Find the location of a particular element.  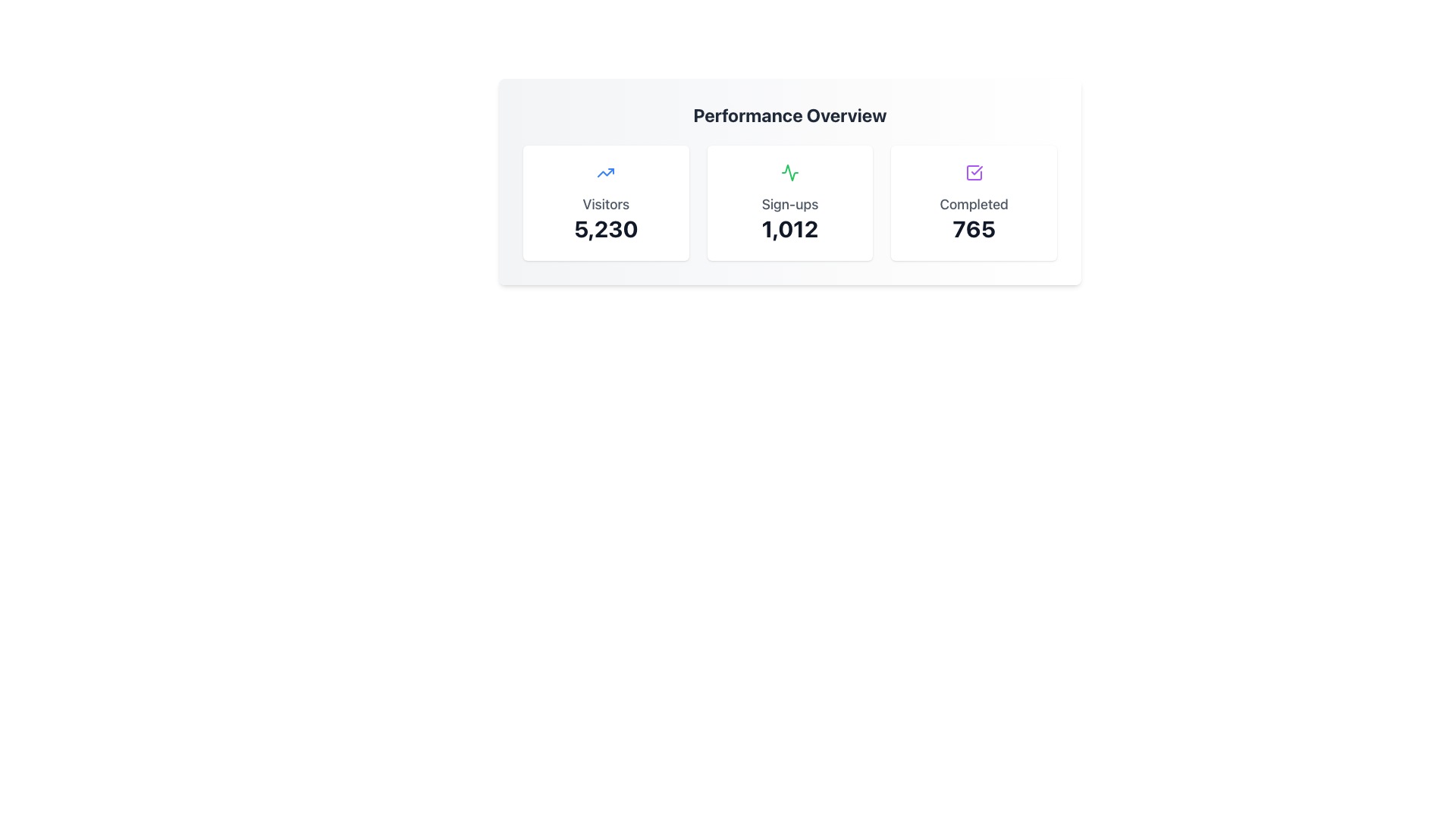

the icon associated with the 'Completed' card, located at the top center above the 'Completed' text is located at coordinates (974, 171).